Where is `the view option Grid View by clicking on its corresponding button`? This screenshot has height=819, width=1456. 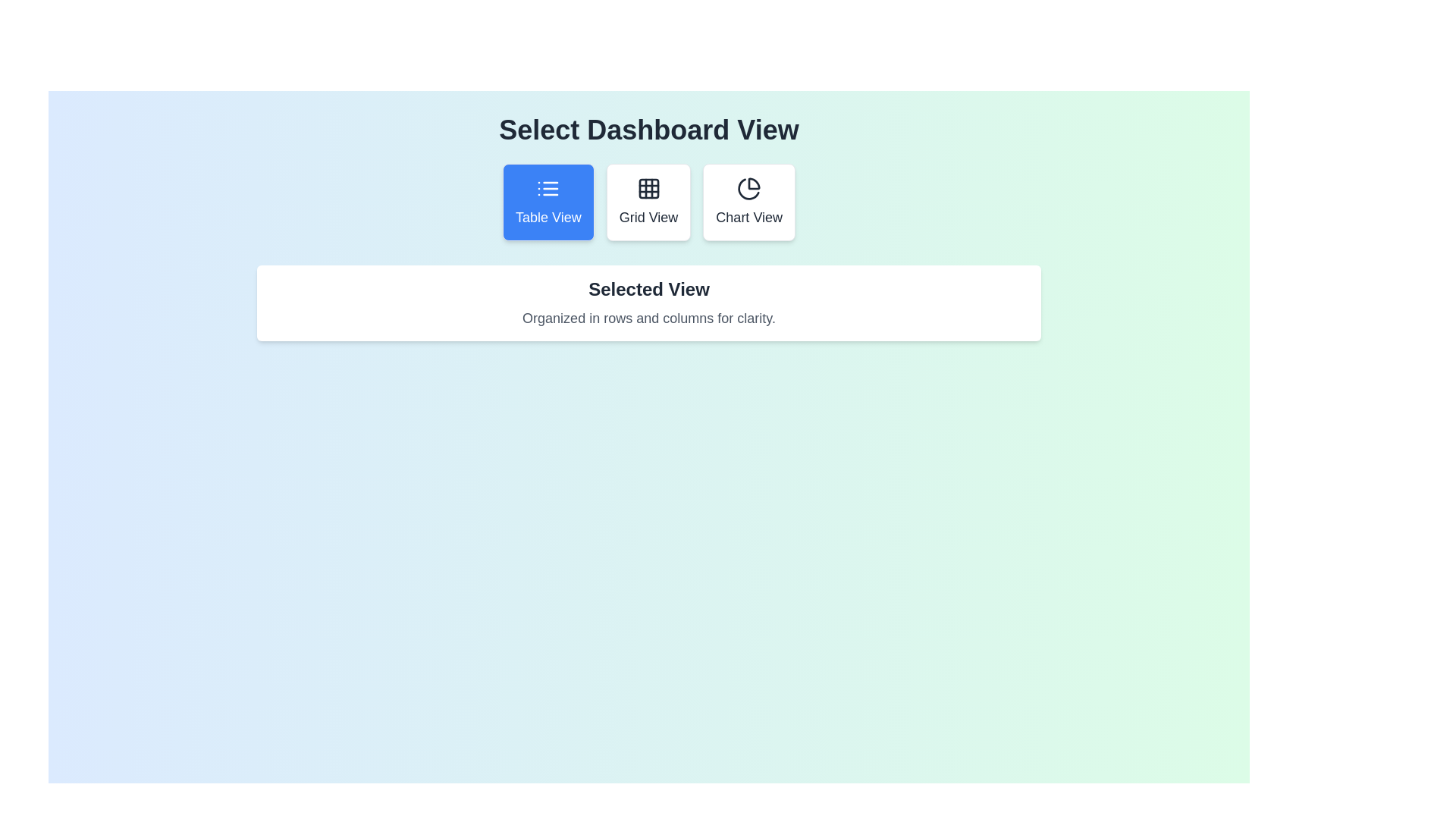
the view option Grid View by clicking on its corresponding button is located at coordinates (648, 201).